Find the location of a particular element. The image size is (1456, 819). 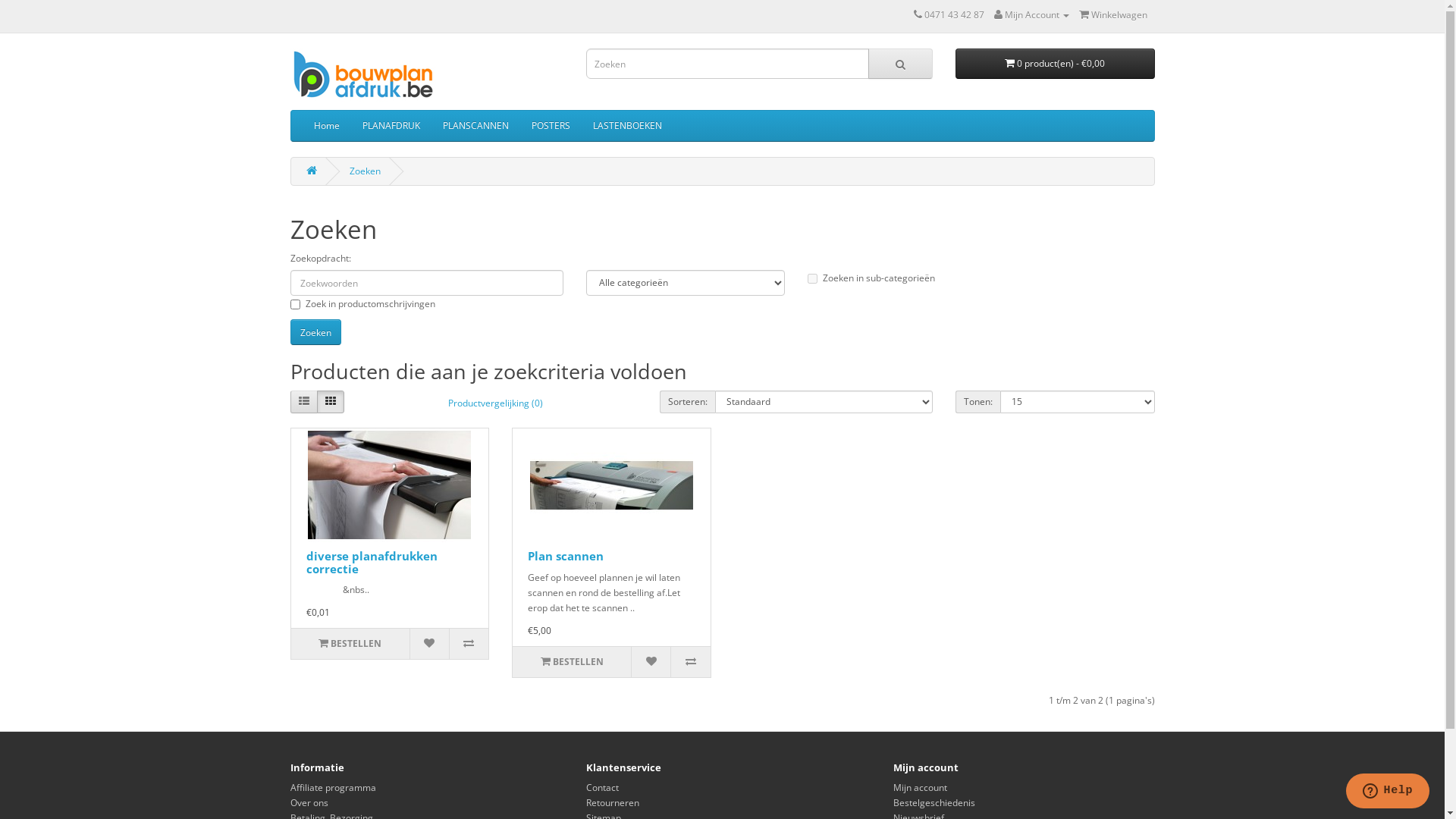

'Affiliate programma' is located at coordinates (290, 786).